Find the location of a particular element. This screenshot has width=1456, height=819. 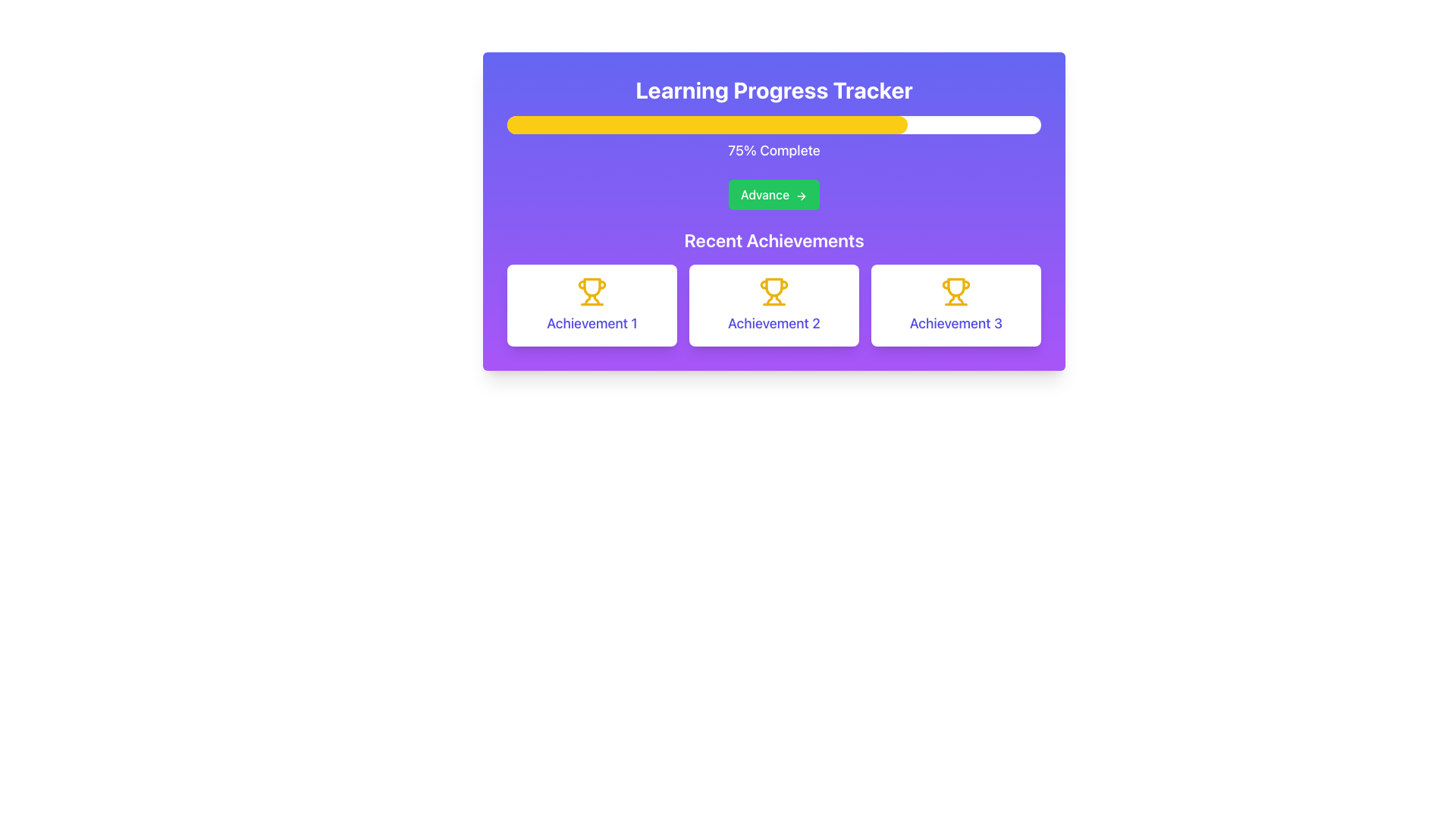

the yellow-filled progress indicator segment within the progress bar that visually represents 75% completion, located beneath the 'Learning Progress Tracker' title is located at coordinates (706, 124).